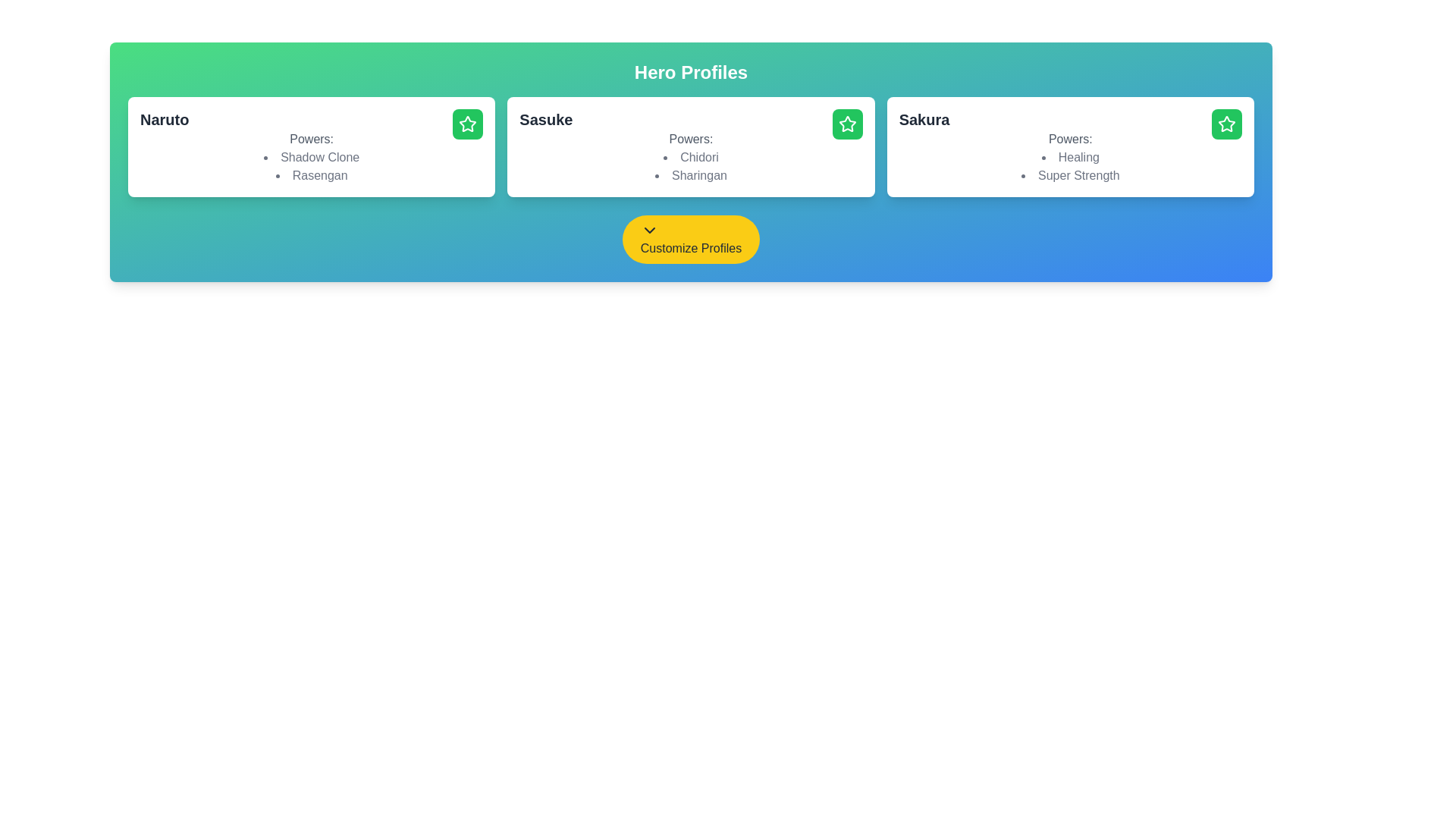 The width and height of the screenshot is (1456, 819). I want to click on the star icon located in the top-right corner of the card for 'Sasuke', so click(846, 123).